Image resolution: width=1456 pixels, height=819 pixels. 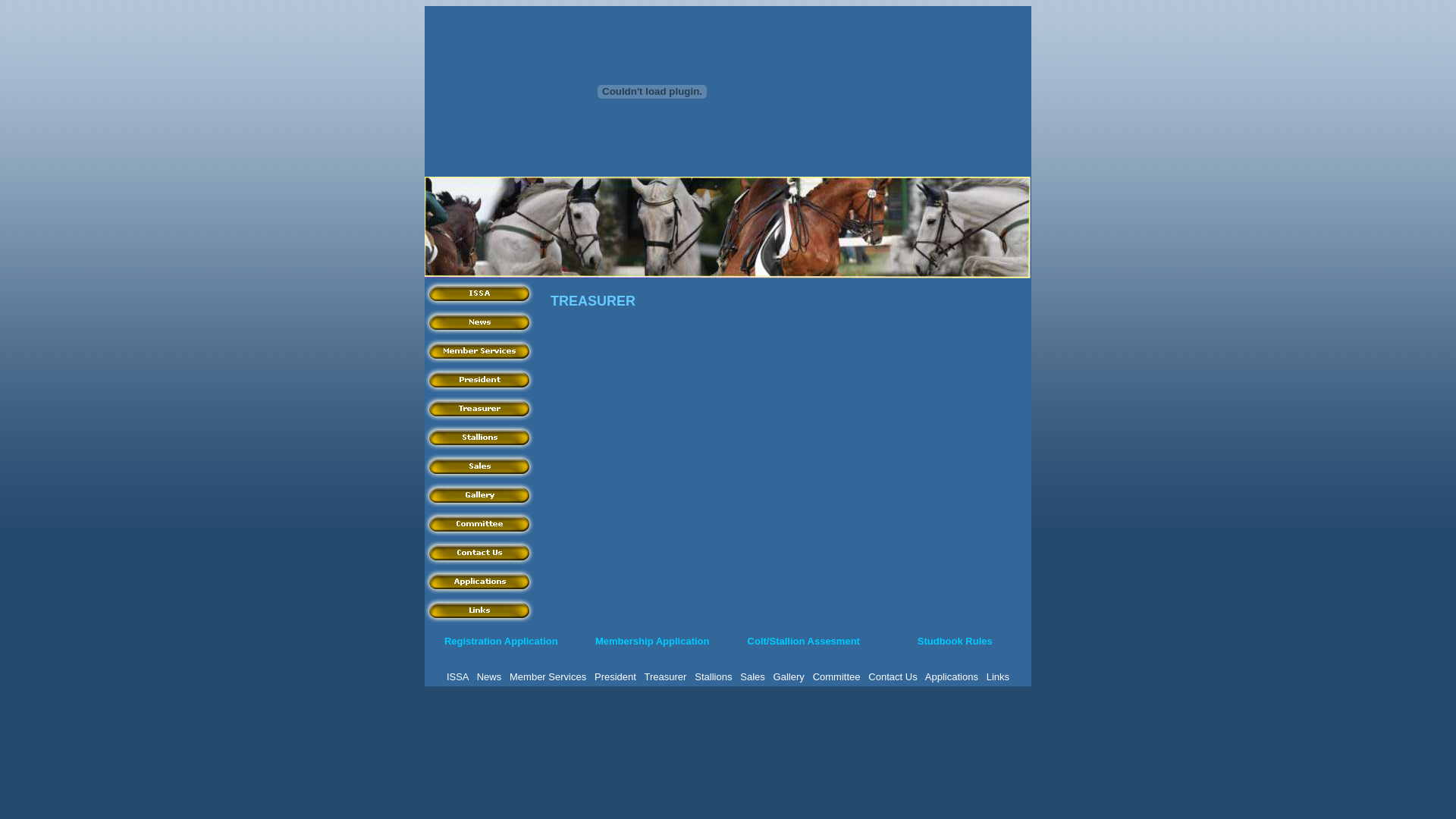 What do you see at coordinates (510, 676) in the screenshot?
I see `'Member Services'` at bounding box center [510, 676].